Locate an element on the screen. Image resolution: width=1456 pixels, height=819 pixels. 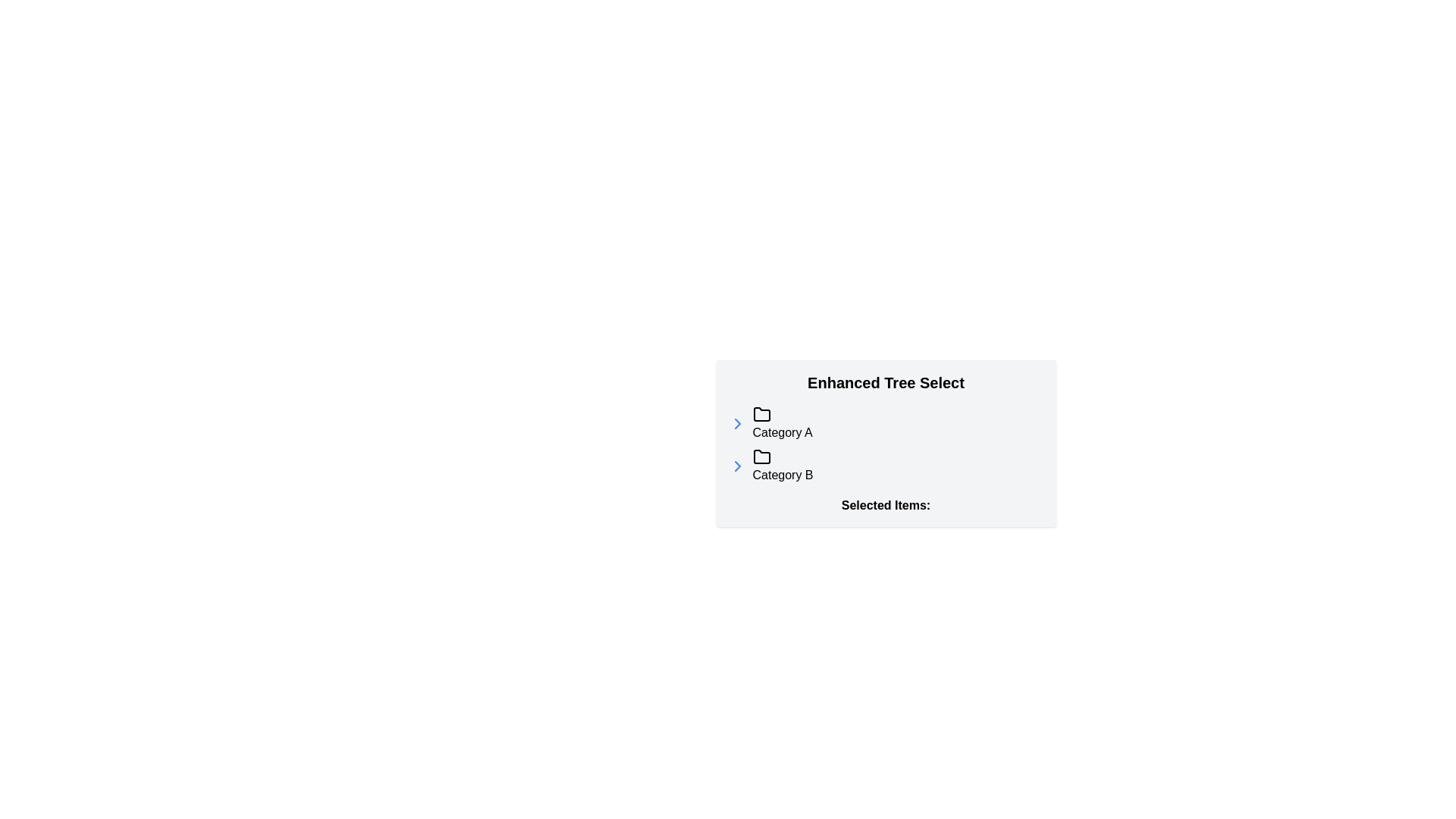
the chevron icon is located at coordinates (737, 424).